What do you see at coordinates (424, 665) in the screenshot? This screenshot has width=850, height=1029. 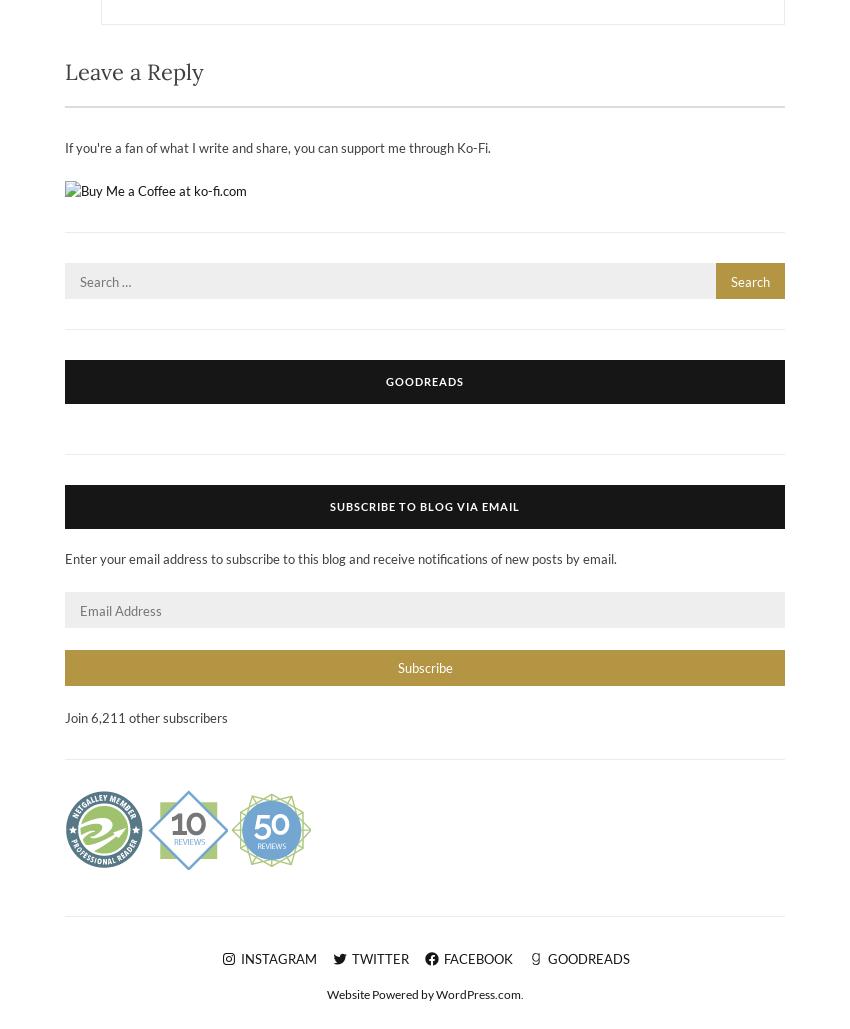 I see `'Subscribe'` at bounding box center [424, 665].